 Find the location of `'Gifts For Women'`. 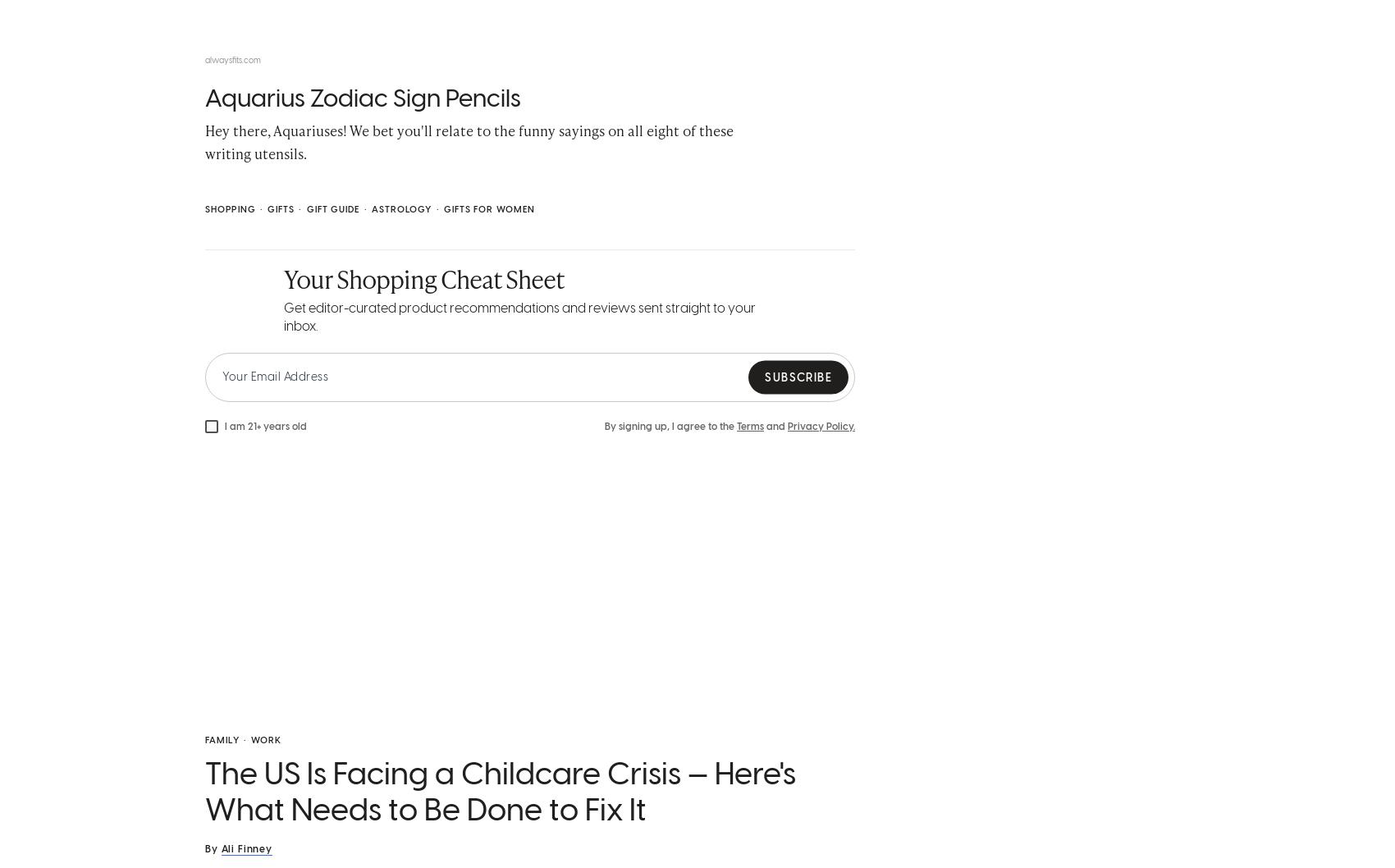

'Gifts For Women' is located at coordinates (488, 213).